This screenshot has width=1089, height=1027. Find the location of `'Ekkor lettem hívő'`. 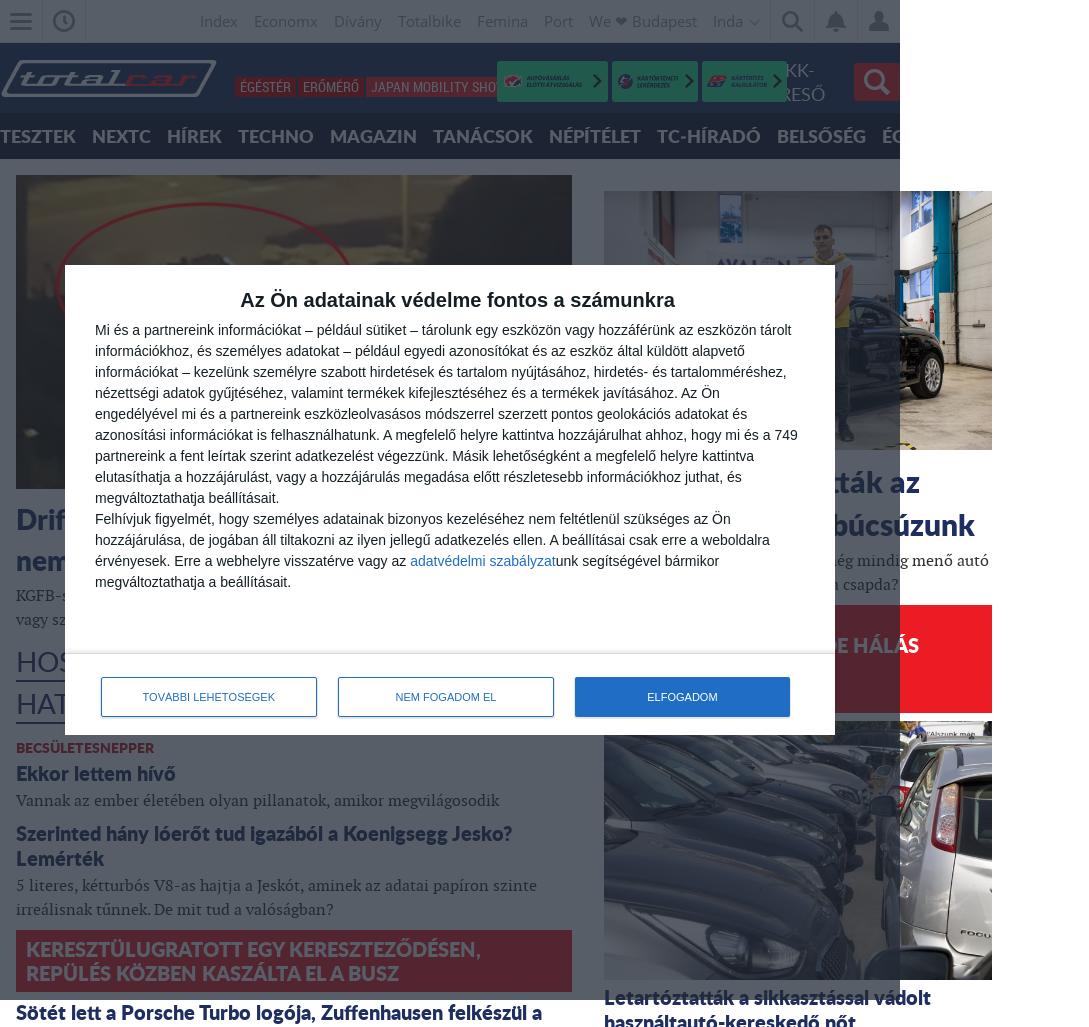

'Ekkor lettem hívő' is located at coordinates (96, 770).